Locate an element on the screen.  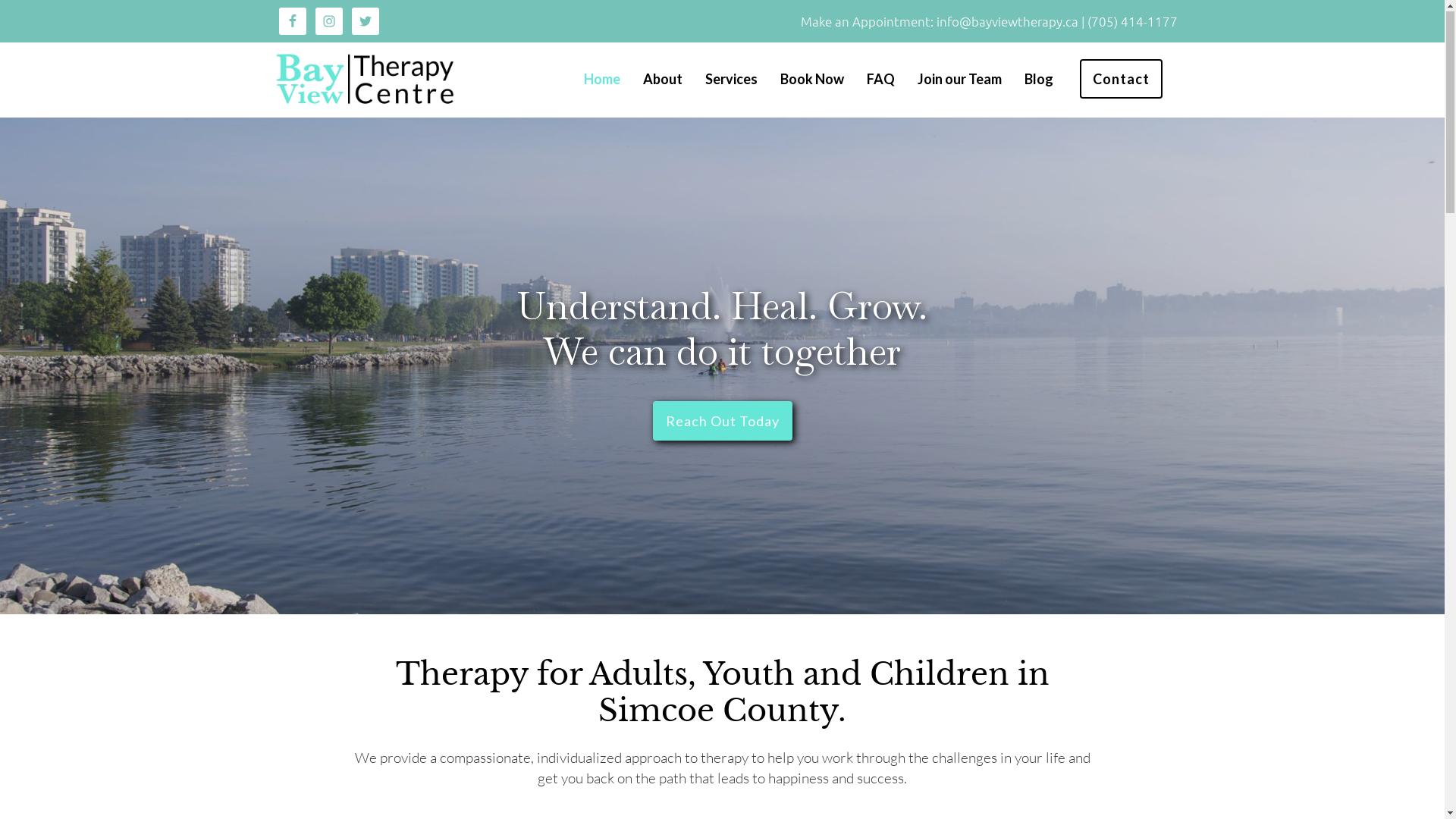
'info@bayviewtherapy.ca' is located at coordinates (1008, 22).